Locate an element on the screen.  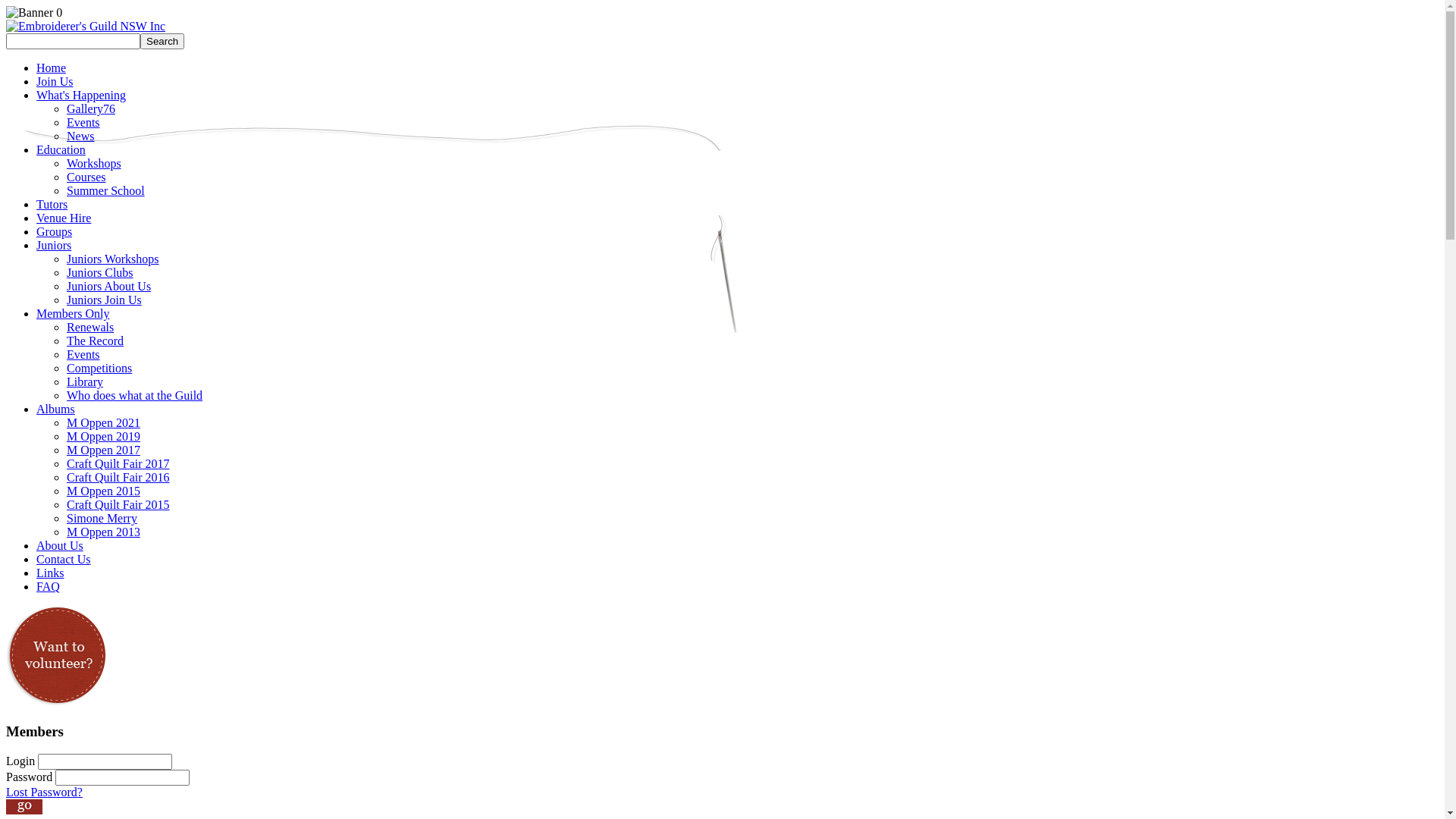
'M Oppen 2017' is located at coordinates (102, 449).